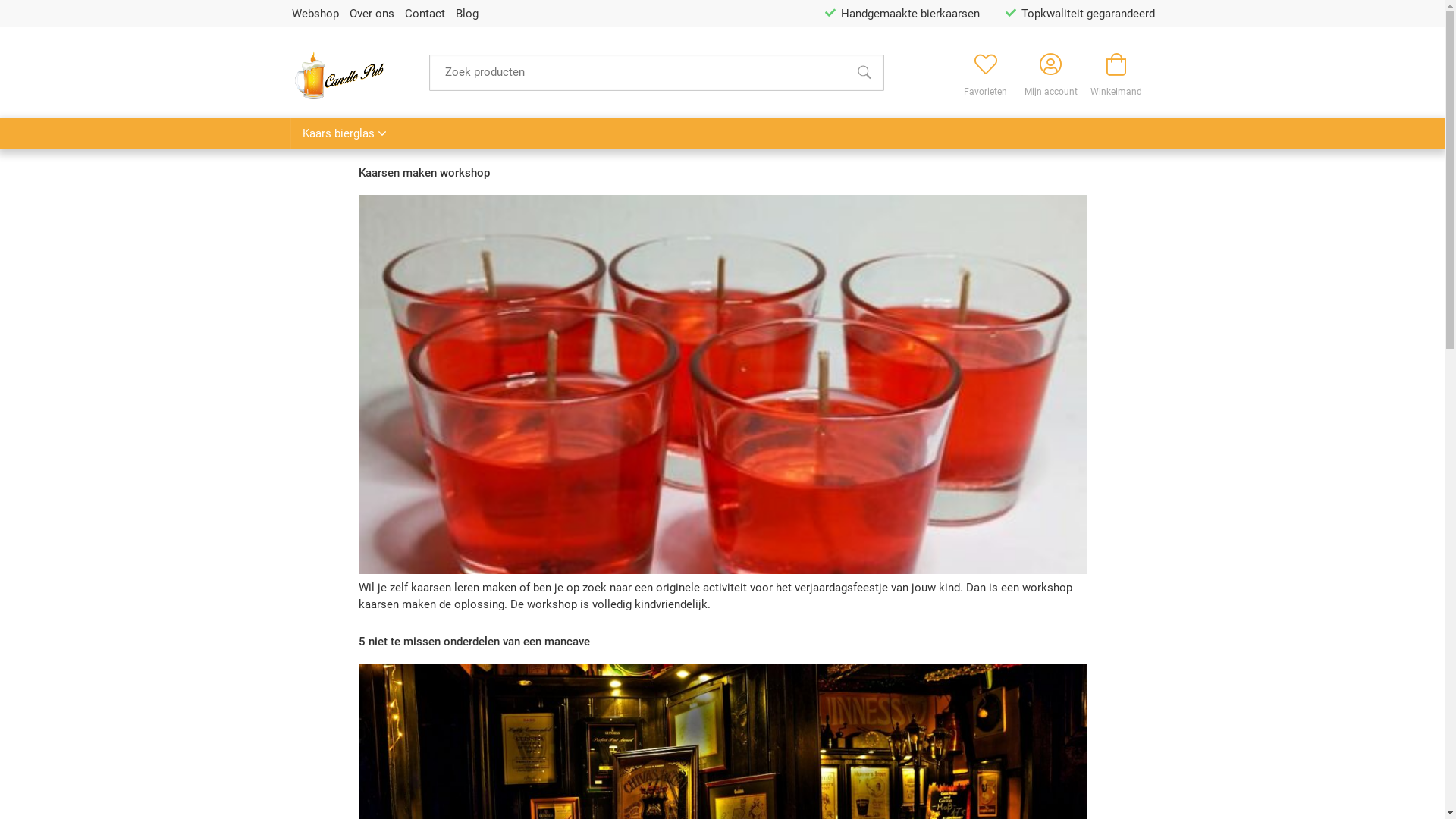 Image resolution: width=1456 pixels, height=819 pixels. Describe the element at coordinates (342, 133) in the screenshot. I see `'Kaars bierglas'` at that location.